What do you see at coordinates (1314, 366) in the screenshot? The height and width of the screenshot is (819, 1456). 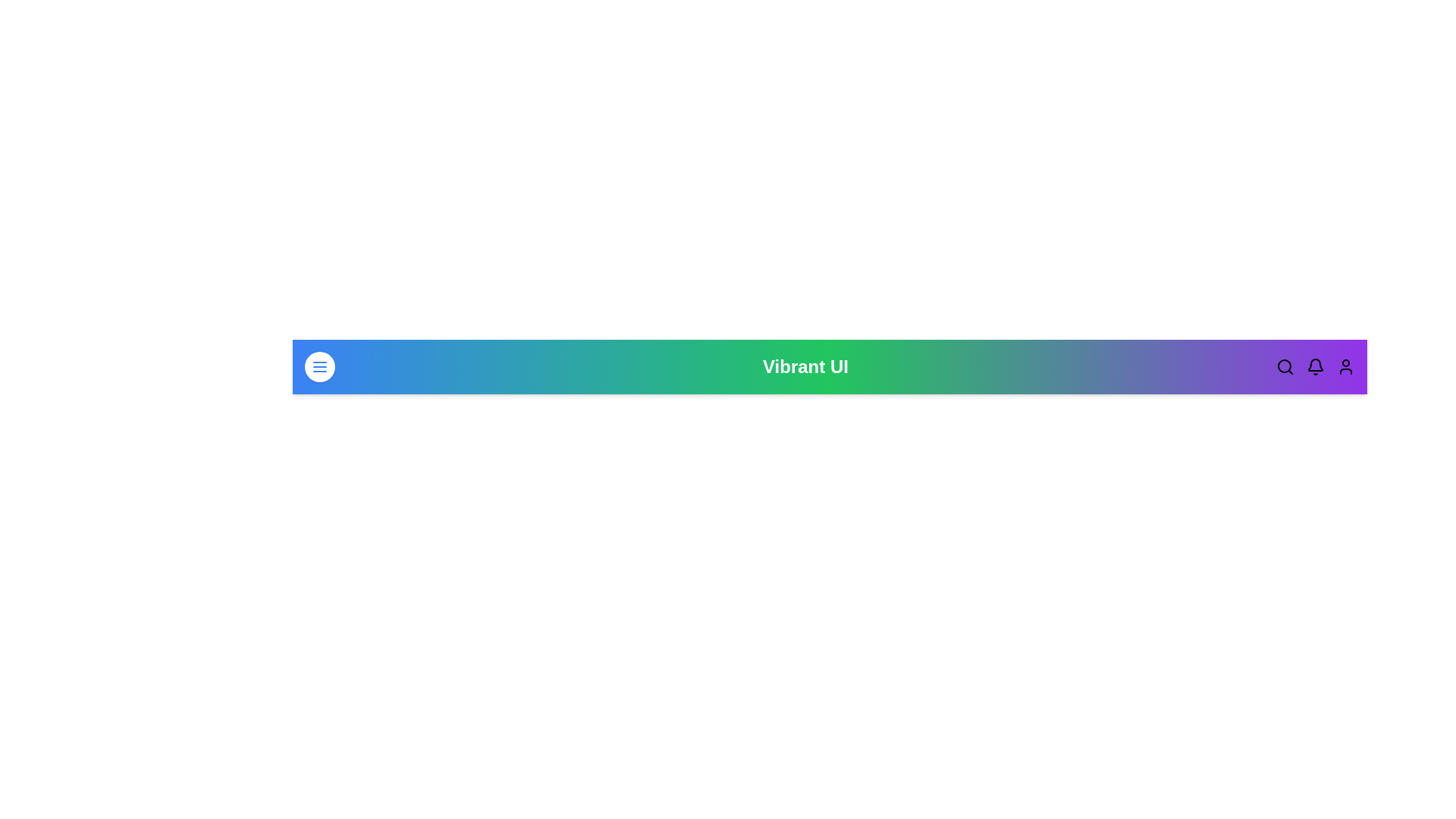 I see `the notification icon to view notifications` at bounding box center [1314, 366].